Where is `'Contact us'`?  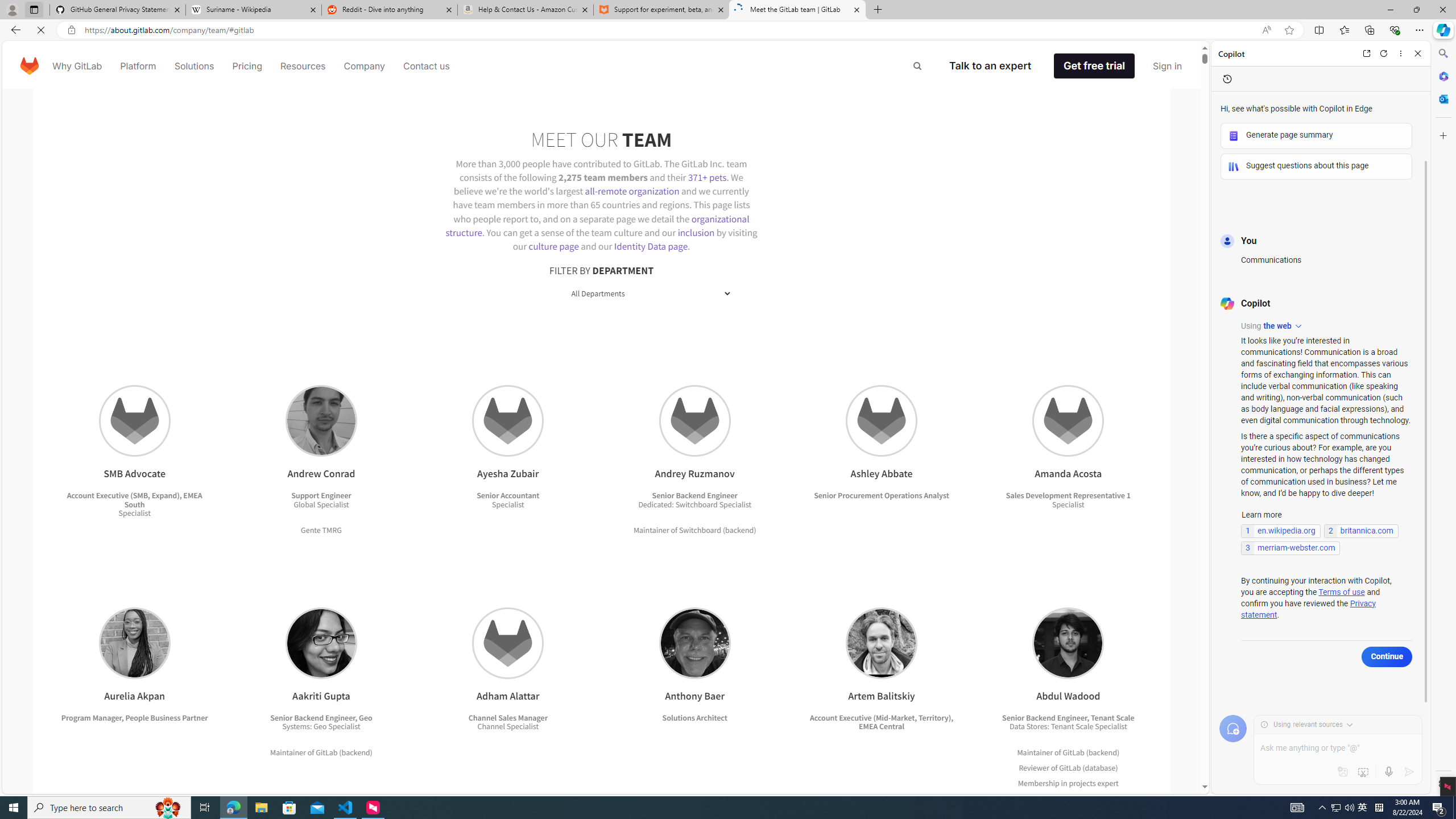
'Contact us' is located at coordinates (427, 65).